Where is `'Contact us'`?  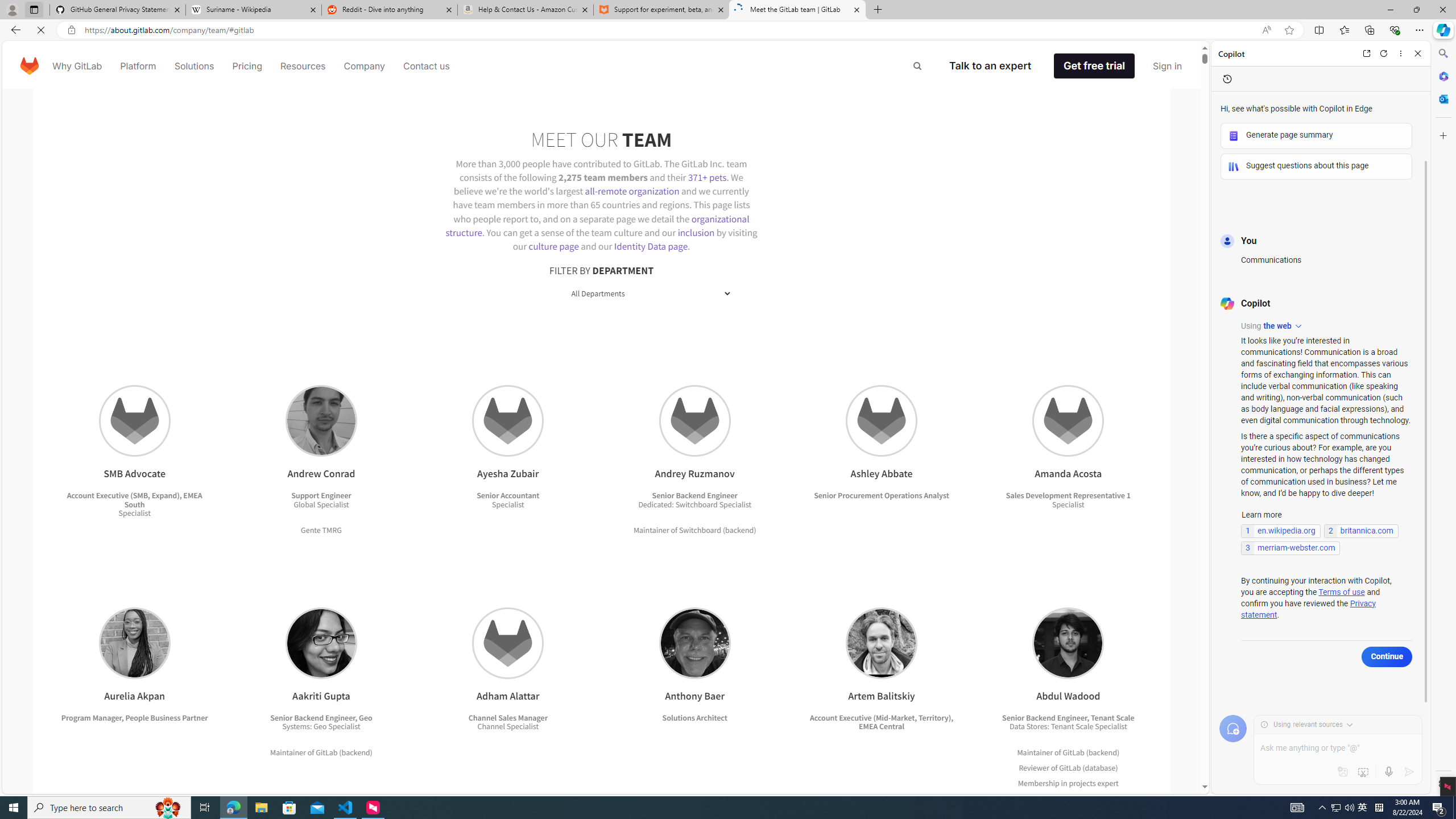
'Contact us' is located at coordinates (427, 65).